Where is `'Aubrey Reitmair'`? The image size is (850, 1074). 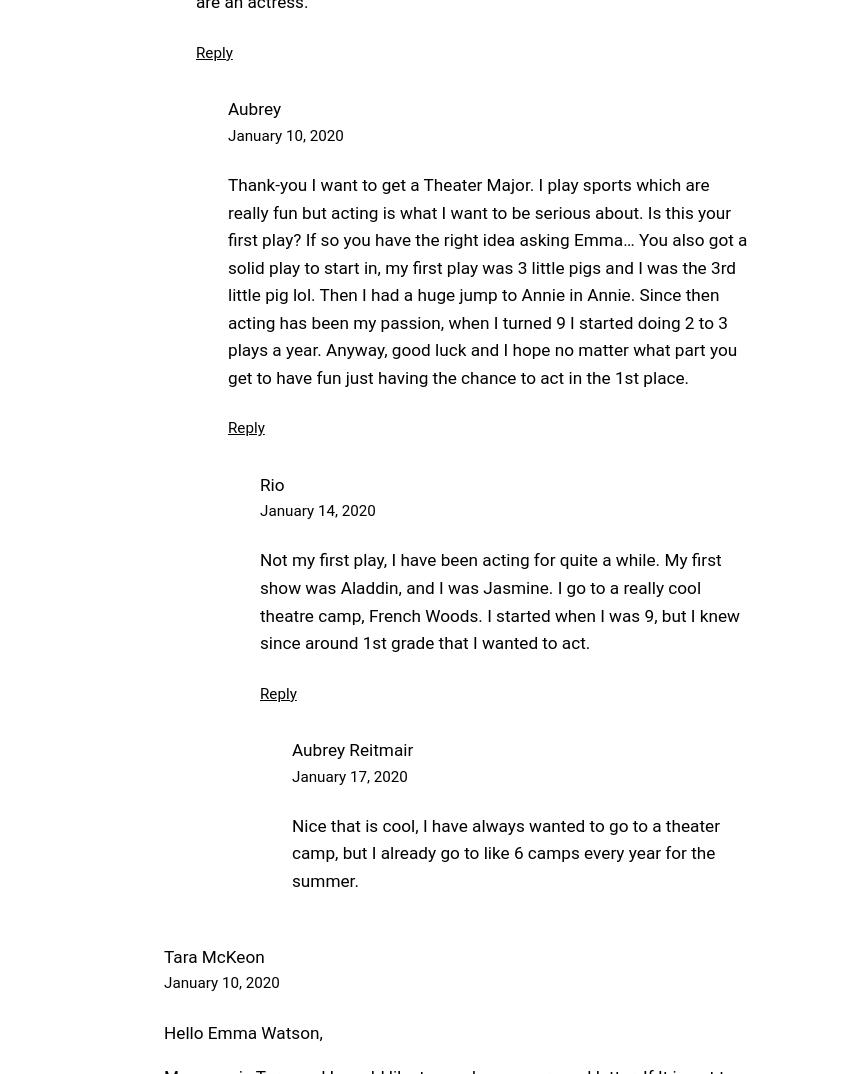 'Aubrey Reitmair' is located at coordinates (351, 749).